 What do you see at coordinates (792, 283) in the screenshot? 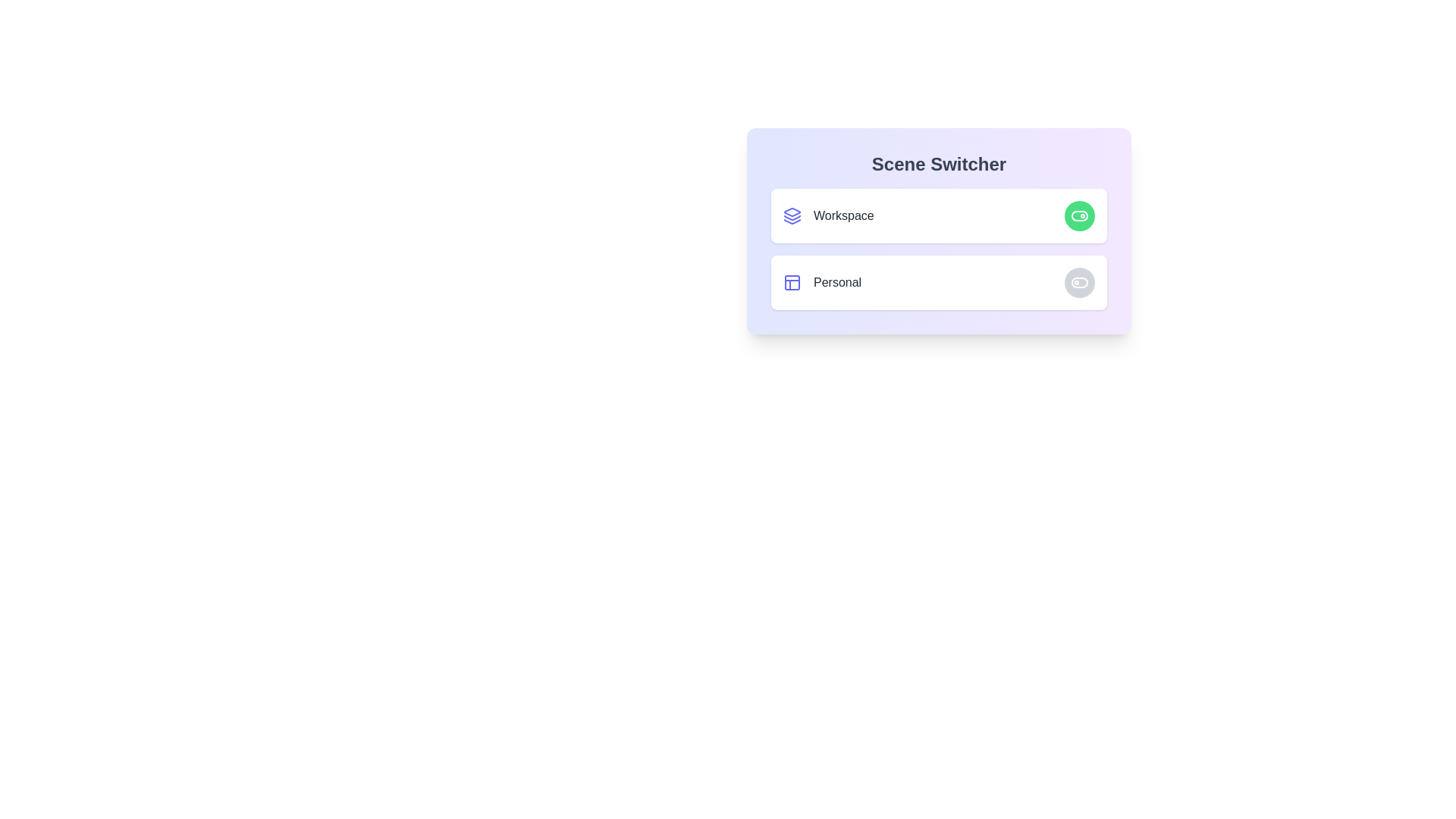
I see `the leftmost rectangular graphical element within the SVG that contributes to the icon's visual component` at bounding box center [792, 283].